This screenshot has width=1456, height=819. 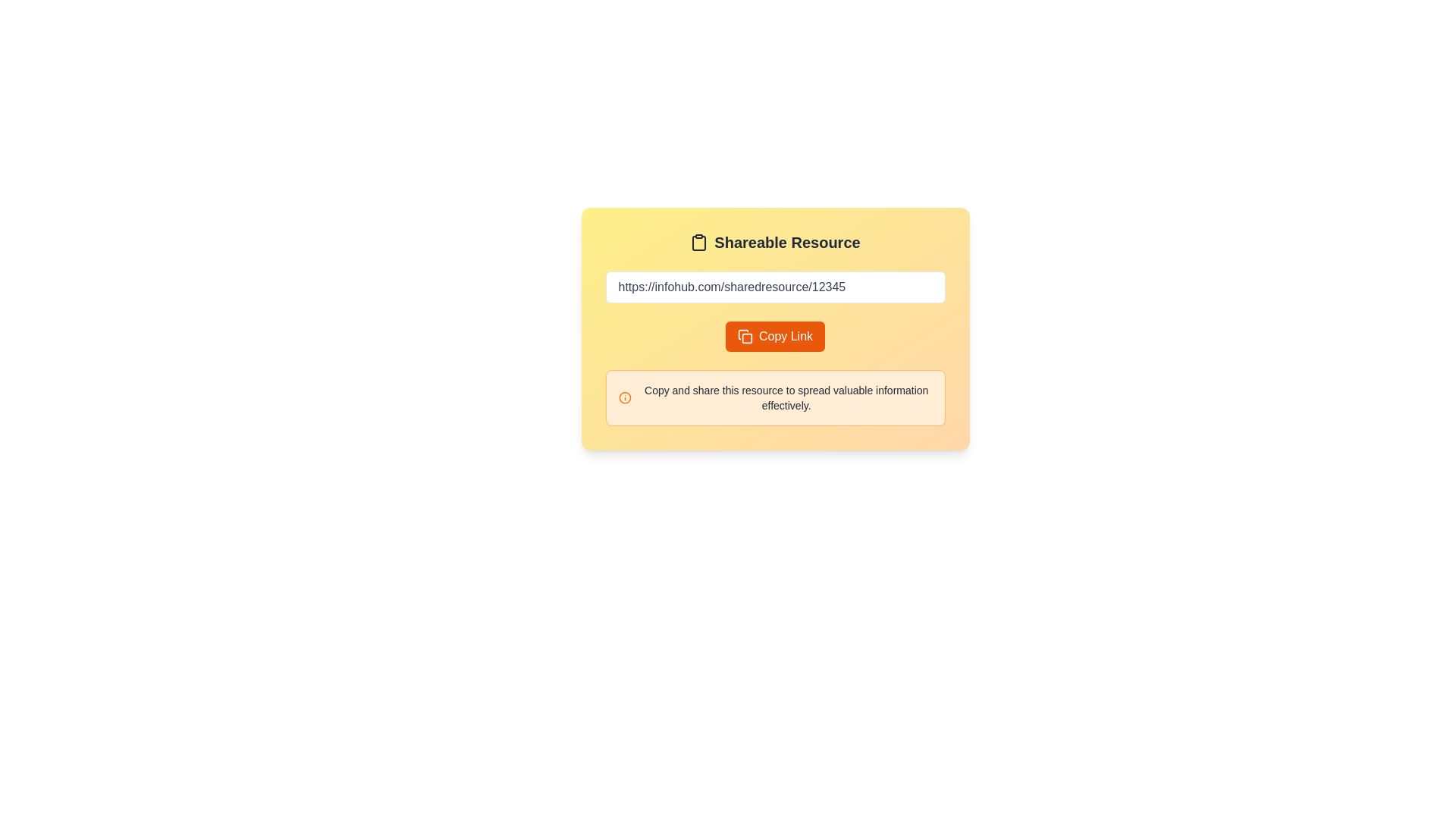 I want to click on within the text input field located under the title 'Shareable Resource' and above the 'Copy Link' button to focus on it, so click(x=775, y=287).